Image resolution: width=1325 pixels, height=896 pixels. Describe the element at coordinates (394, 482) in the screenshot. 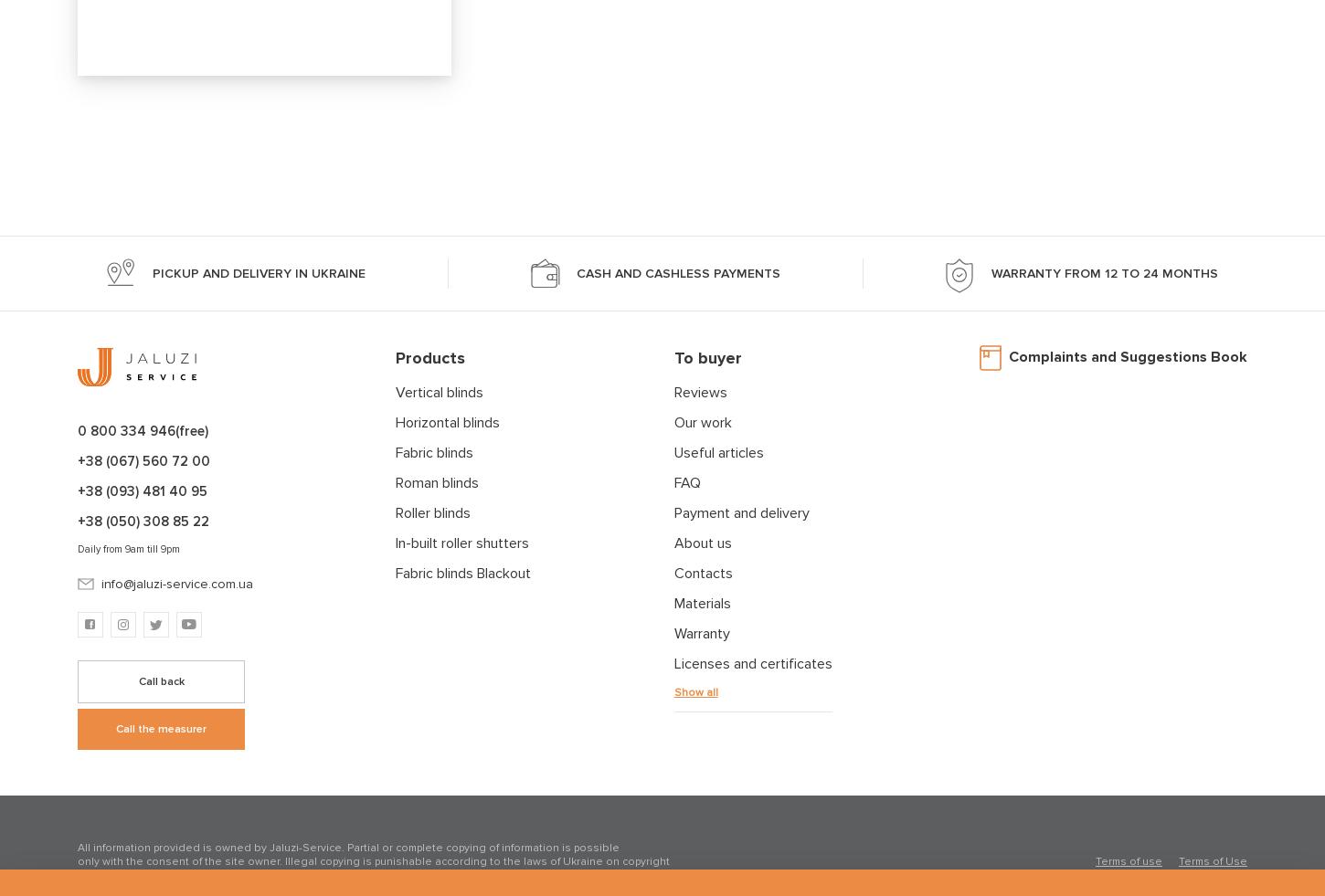

I see `'Roman blinds'` at that location.